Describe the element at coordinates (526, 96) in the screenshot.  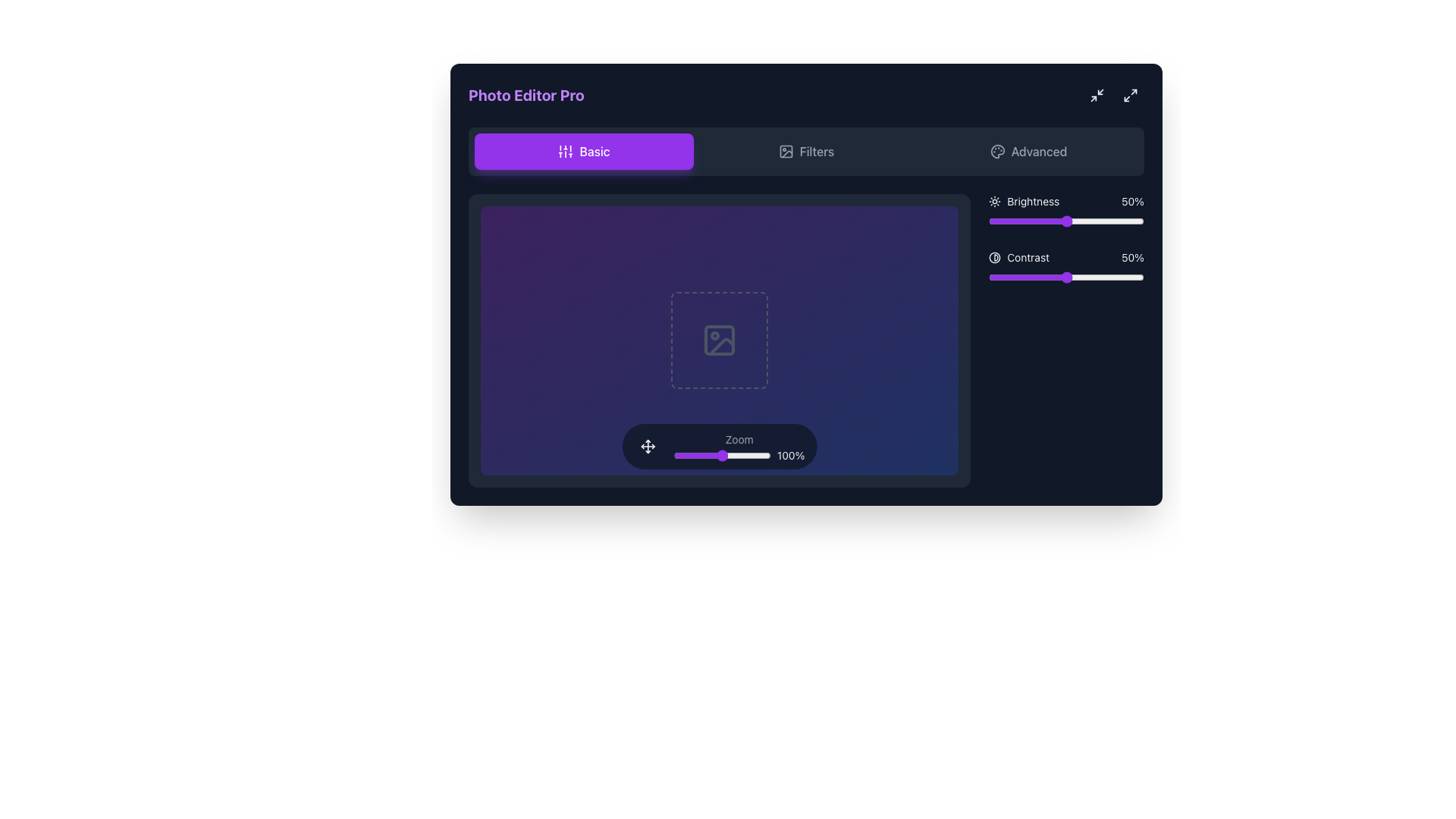
I see `the static text label located at the upper left corner of the application interface, which serves as the title or header for the application` at that location.